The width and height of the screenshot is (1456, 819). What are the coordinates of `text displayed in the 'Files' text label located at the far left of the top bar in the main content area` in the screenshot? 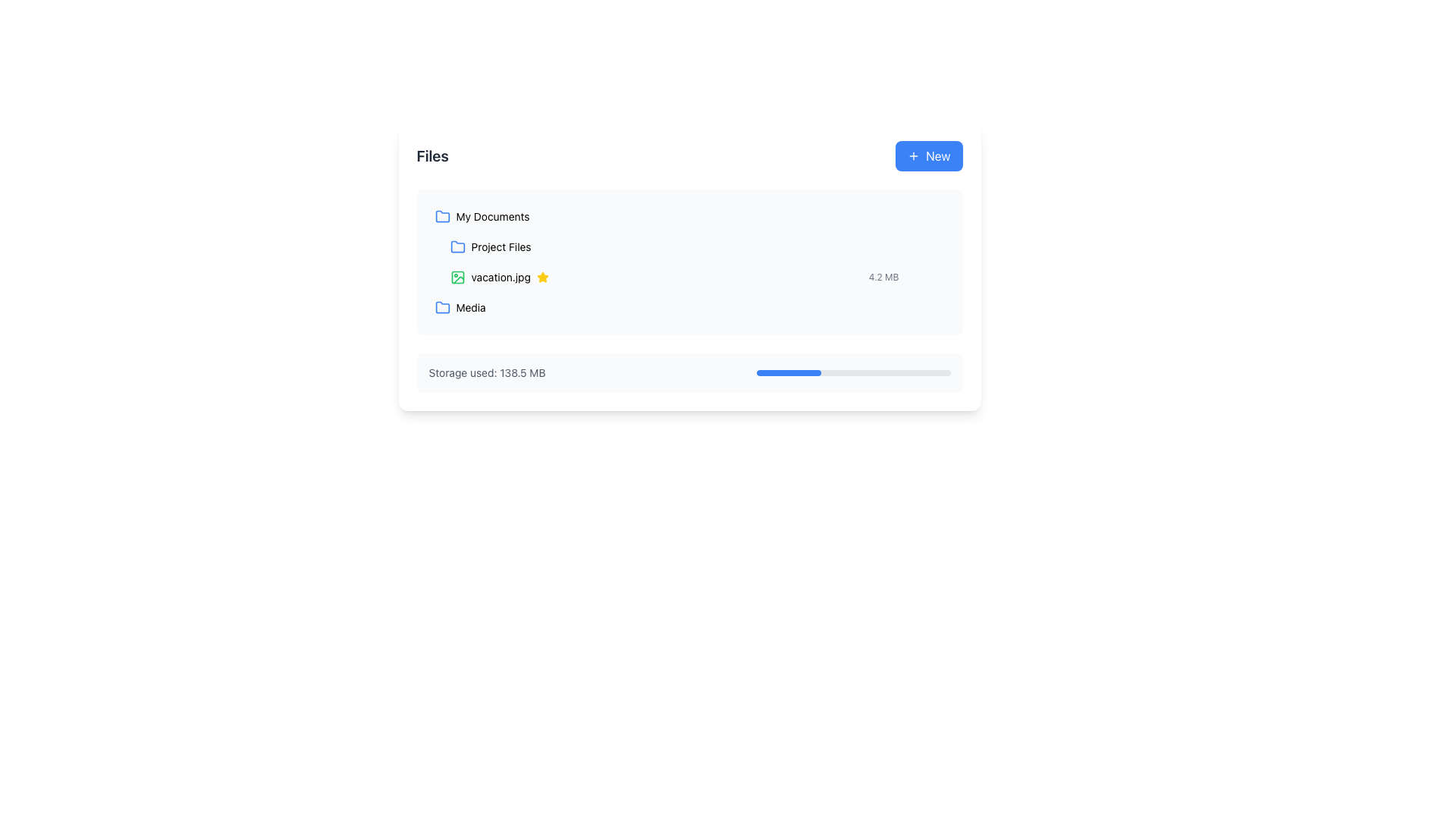 It's located at (431, 155).